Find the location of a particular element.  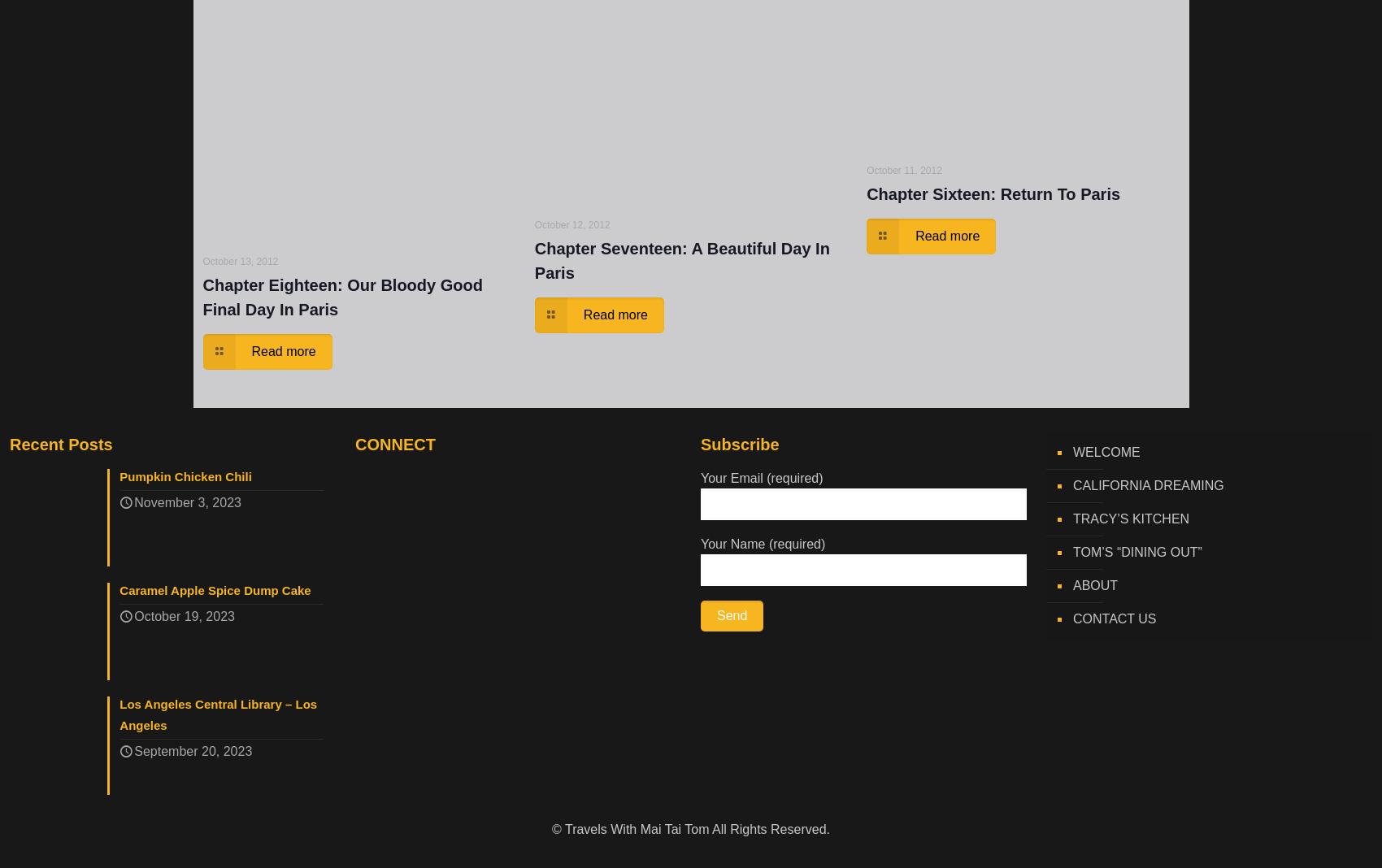

'October 19, 2023' is located at coordinates (184, 617).